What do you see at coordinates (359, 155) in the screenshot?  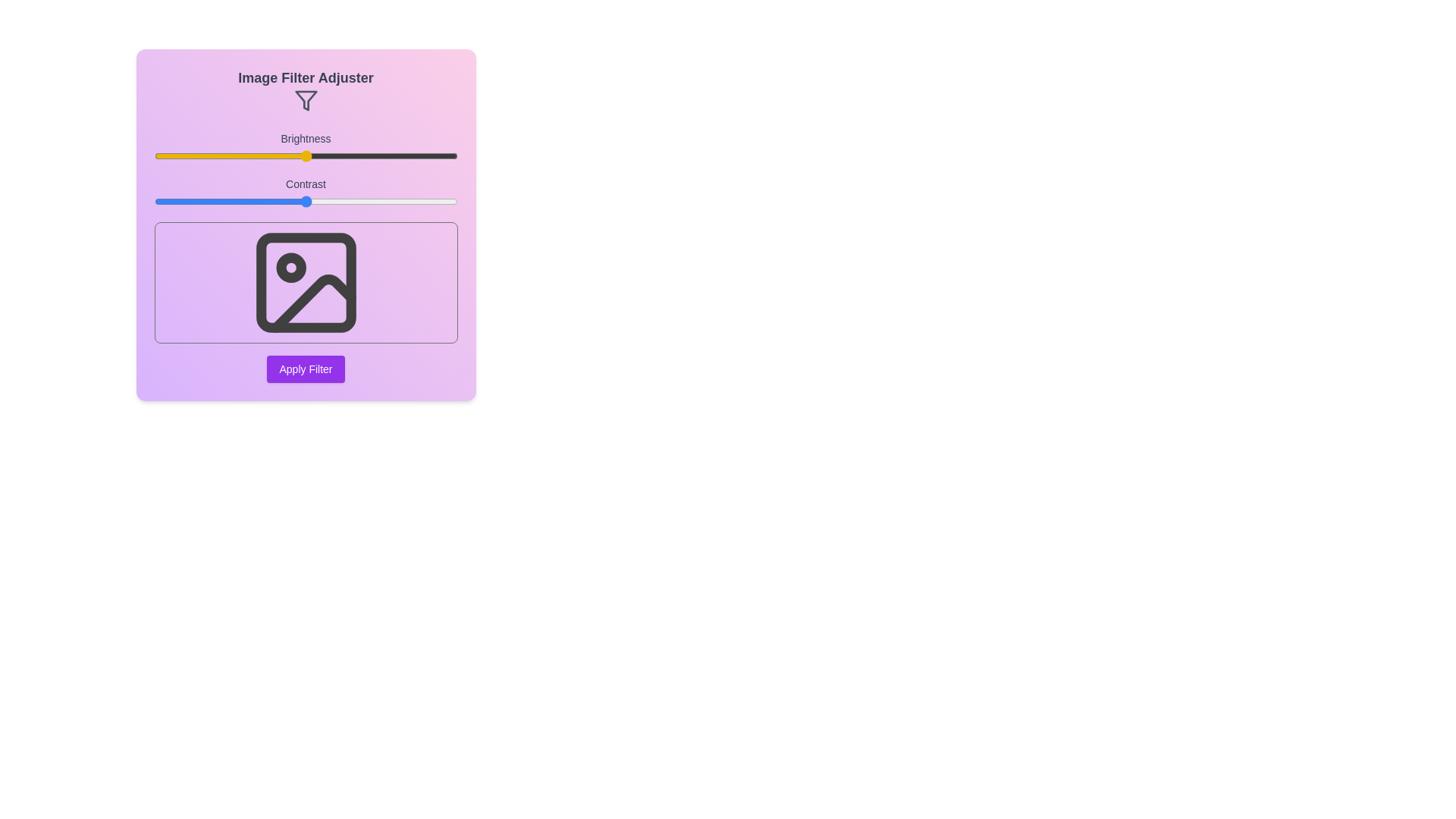 I see `the brightness slider to 68% and observe the preview image` at bounding box center [359, 155].